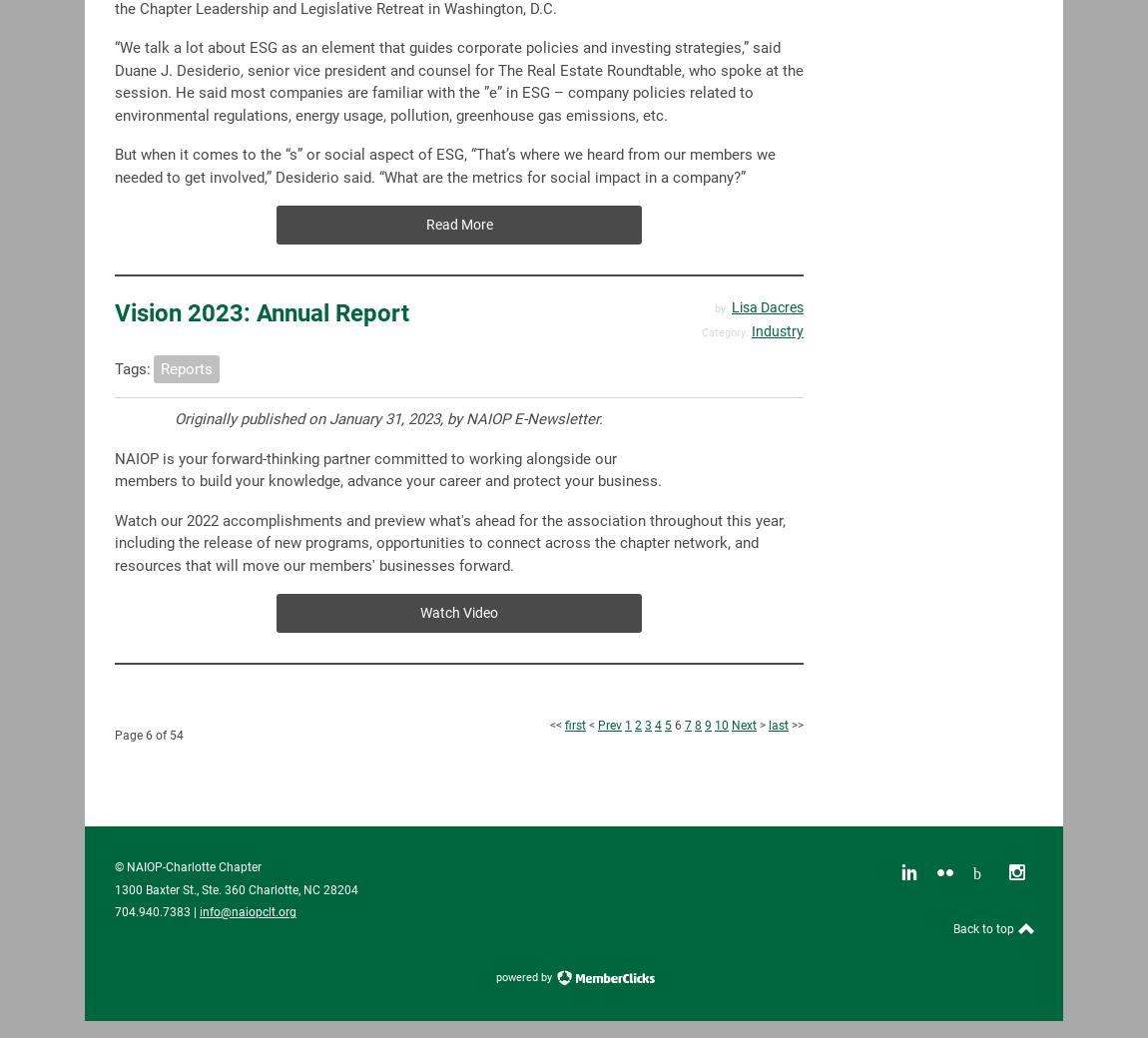 This screenshot has height=1038, width=1148. Describe the element at coordinates (236, 887) in the screenshot. I see `'1300 Baxter St., Ste. 360 Charlotte, NC 28204'` at that location.